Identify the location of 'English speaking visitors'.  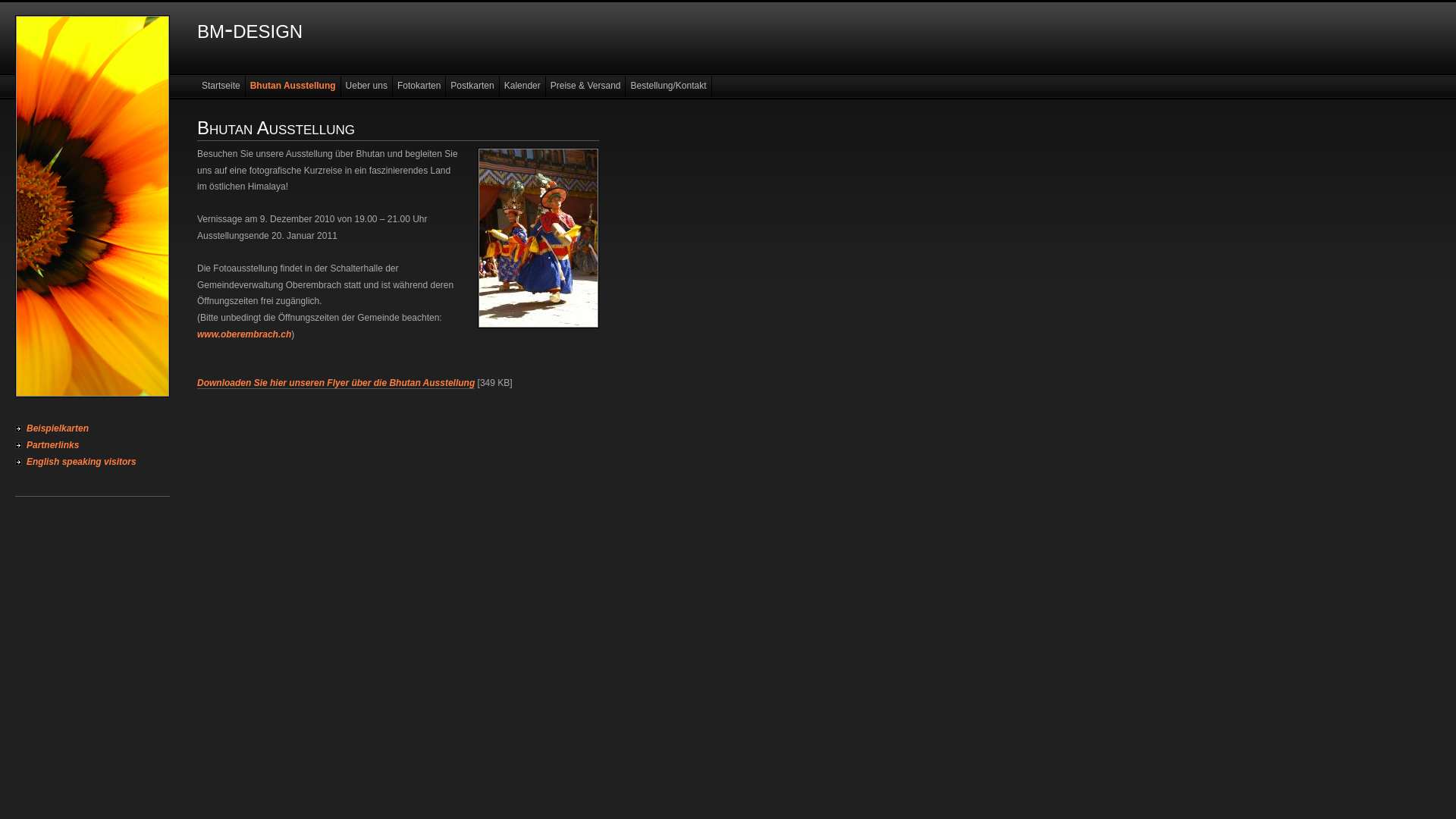
(14, 461).